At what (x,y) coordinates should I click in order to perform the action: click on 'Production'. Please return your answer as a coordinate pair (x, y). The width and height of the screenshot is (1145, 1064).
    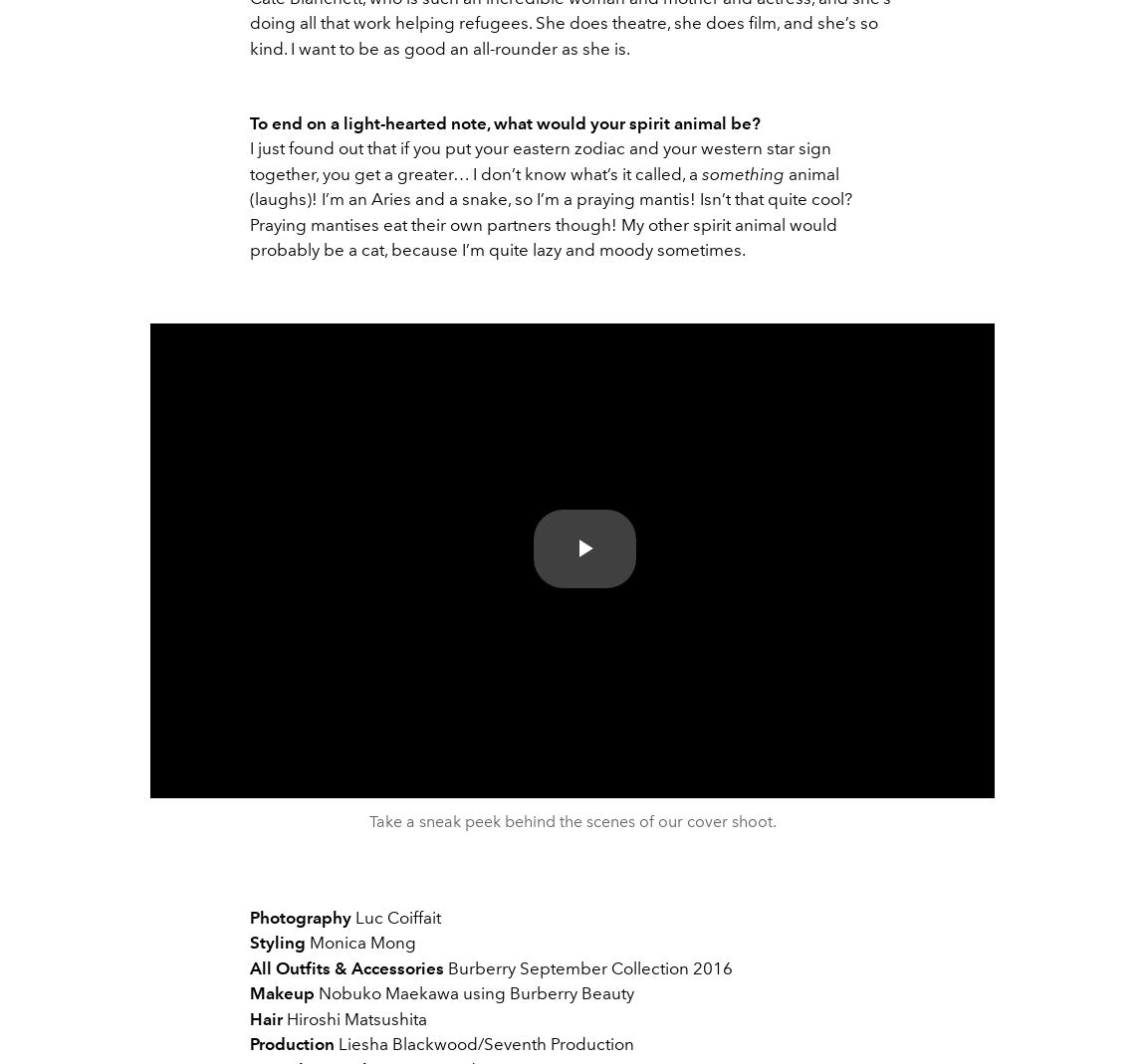
    Looking at the image, I should click on (292, 1044).